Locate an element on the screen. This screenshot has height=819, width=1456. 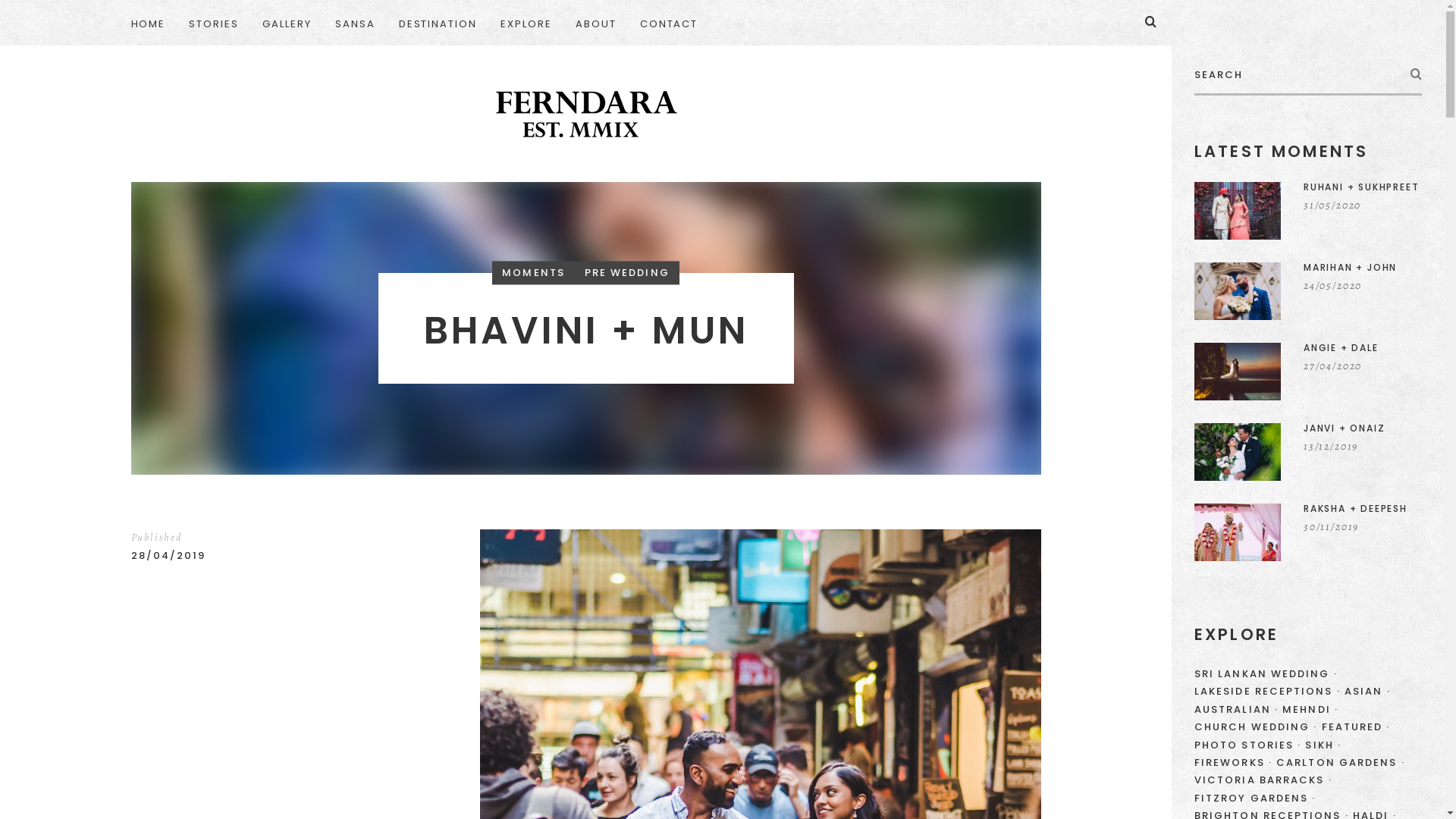
'AUSTRALIAN' is located at coordinates (1193, 709).